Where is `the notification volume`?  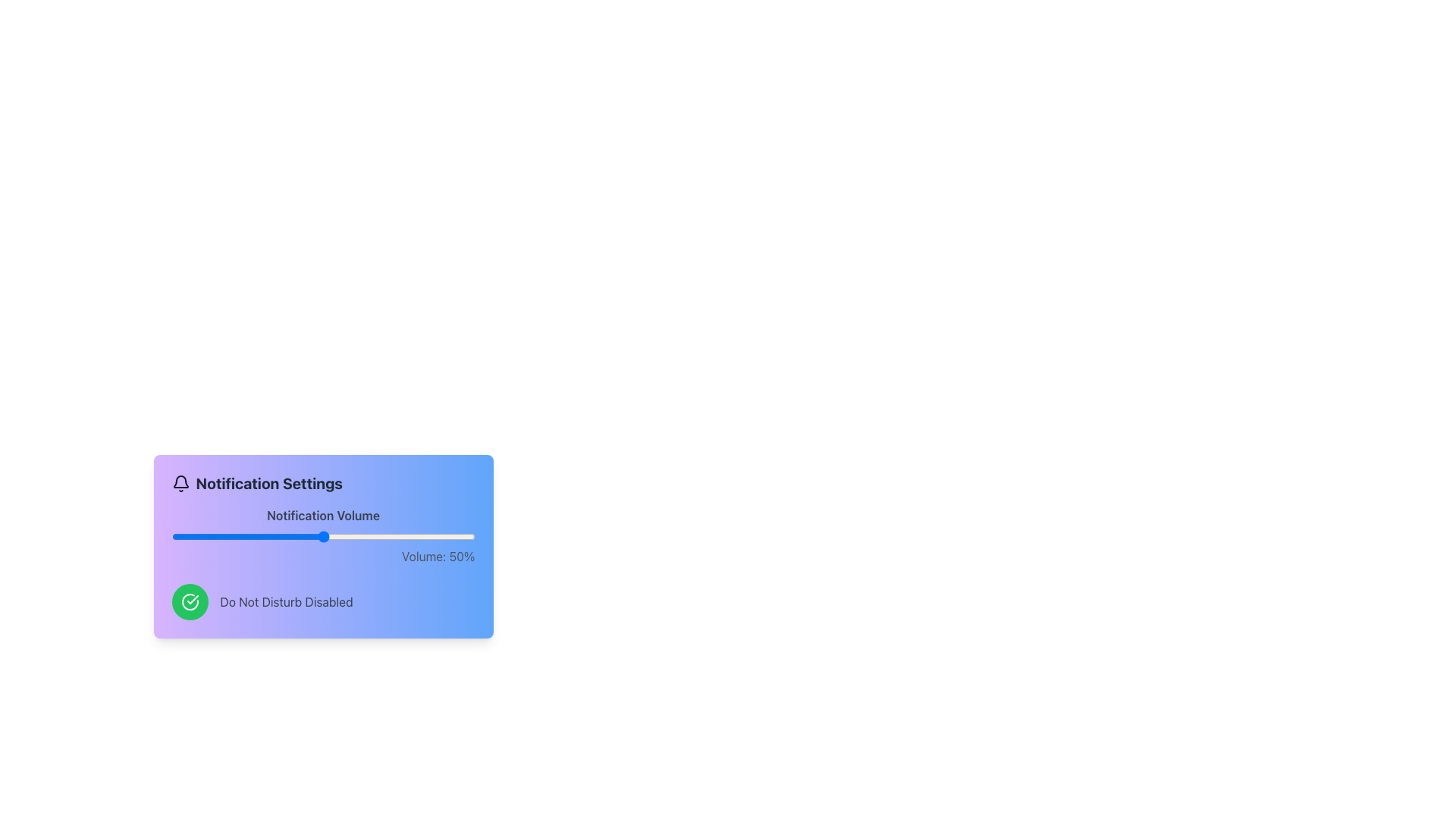
the notification volume is located at coordinates (423, 536).